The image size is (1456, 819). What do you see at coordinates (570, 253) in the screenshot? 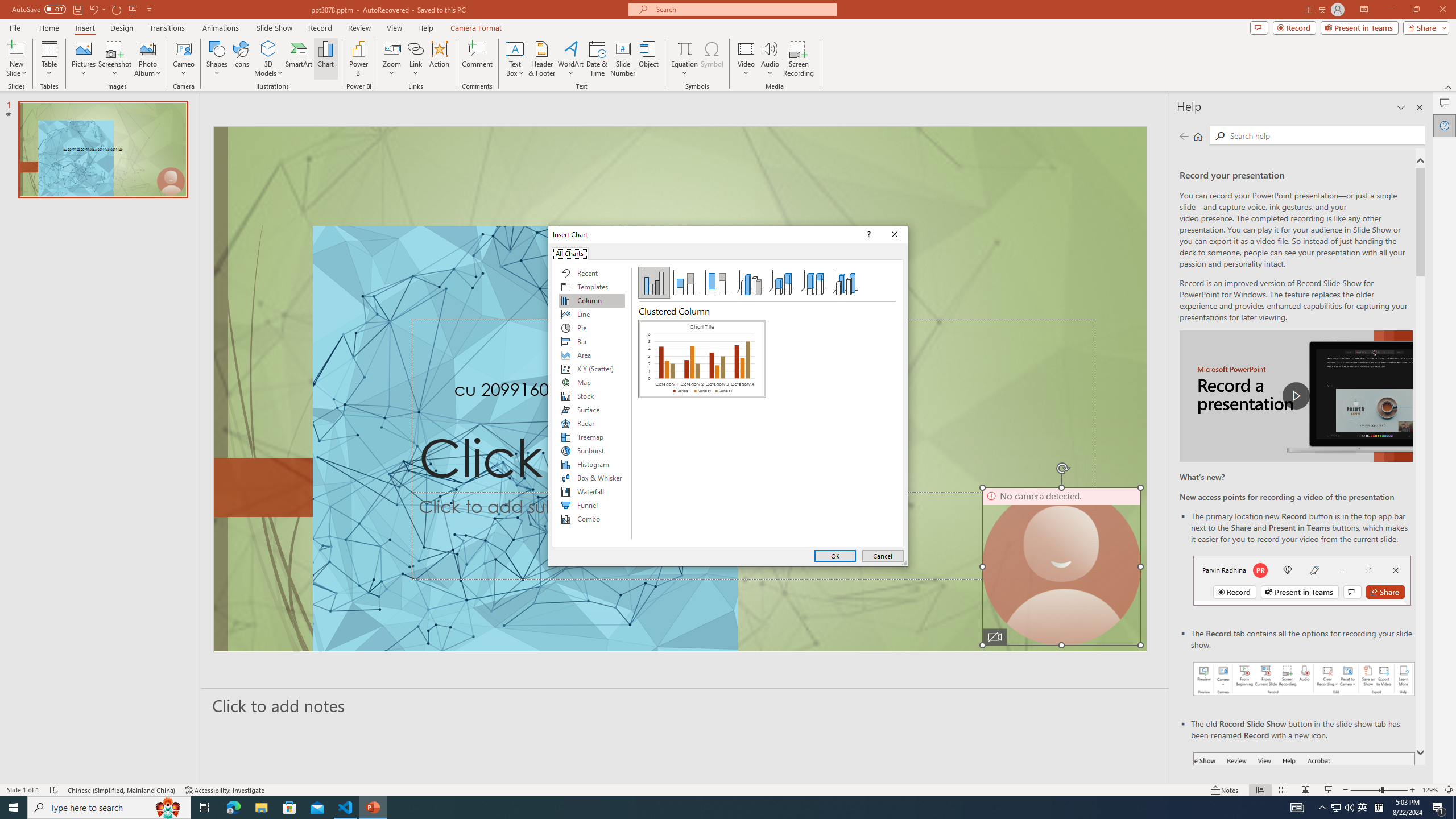
I see `'All Charts'` at bounding box center [570, 253].